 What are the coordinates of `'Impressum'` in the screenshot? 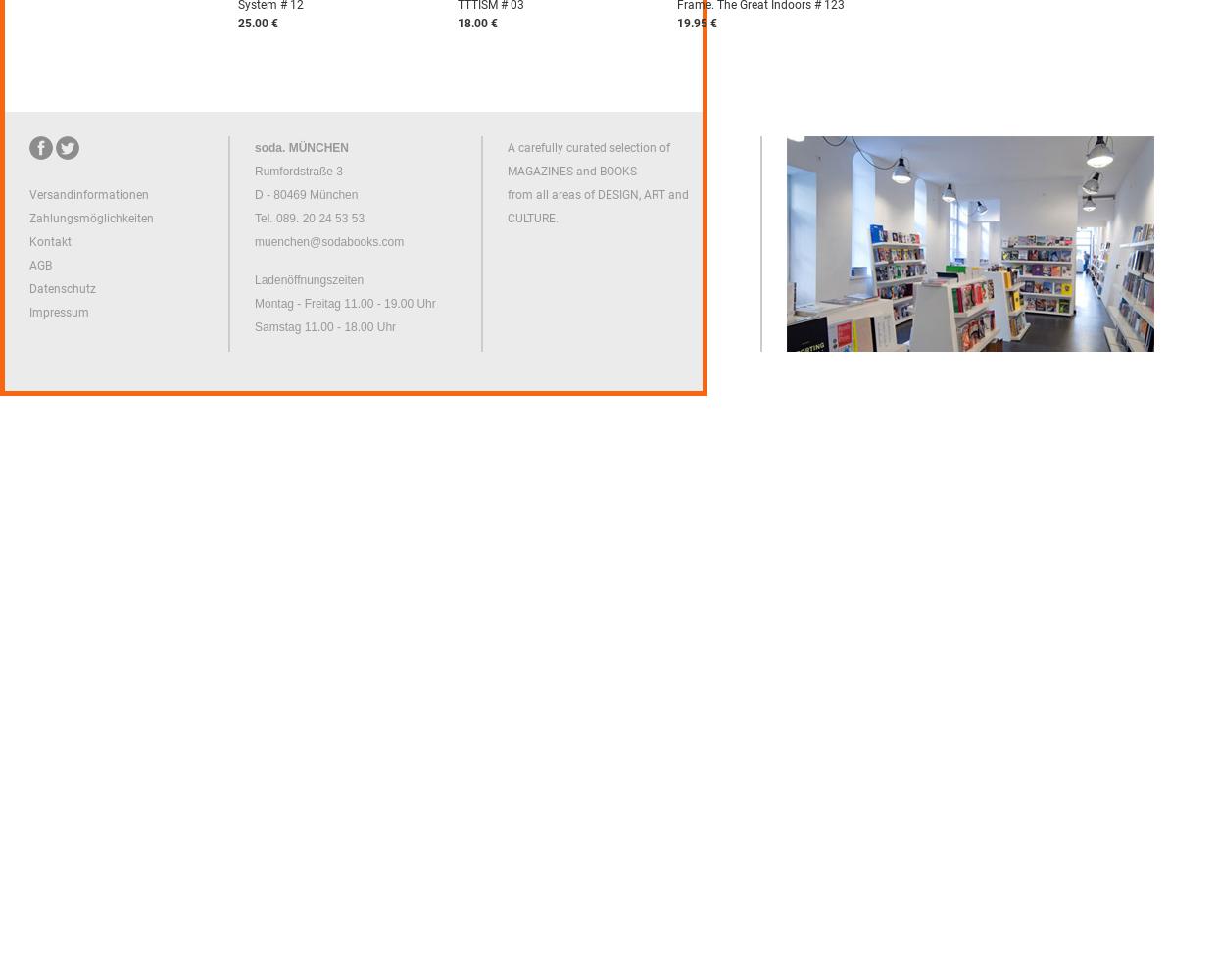 It's located at (59, 312).